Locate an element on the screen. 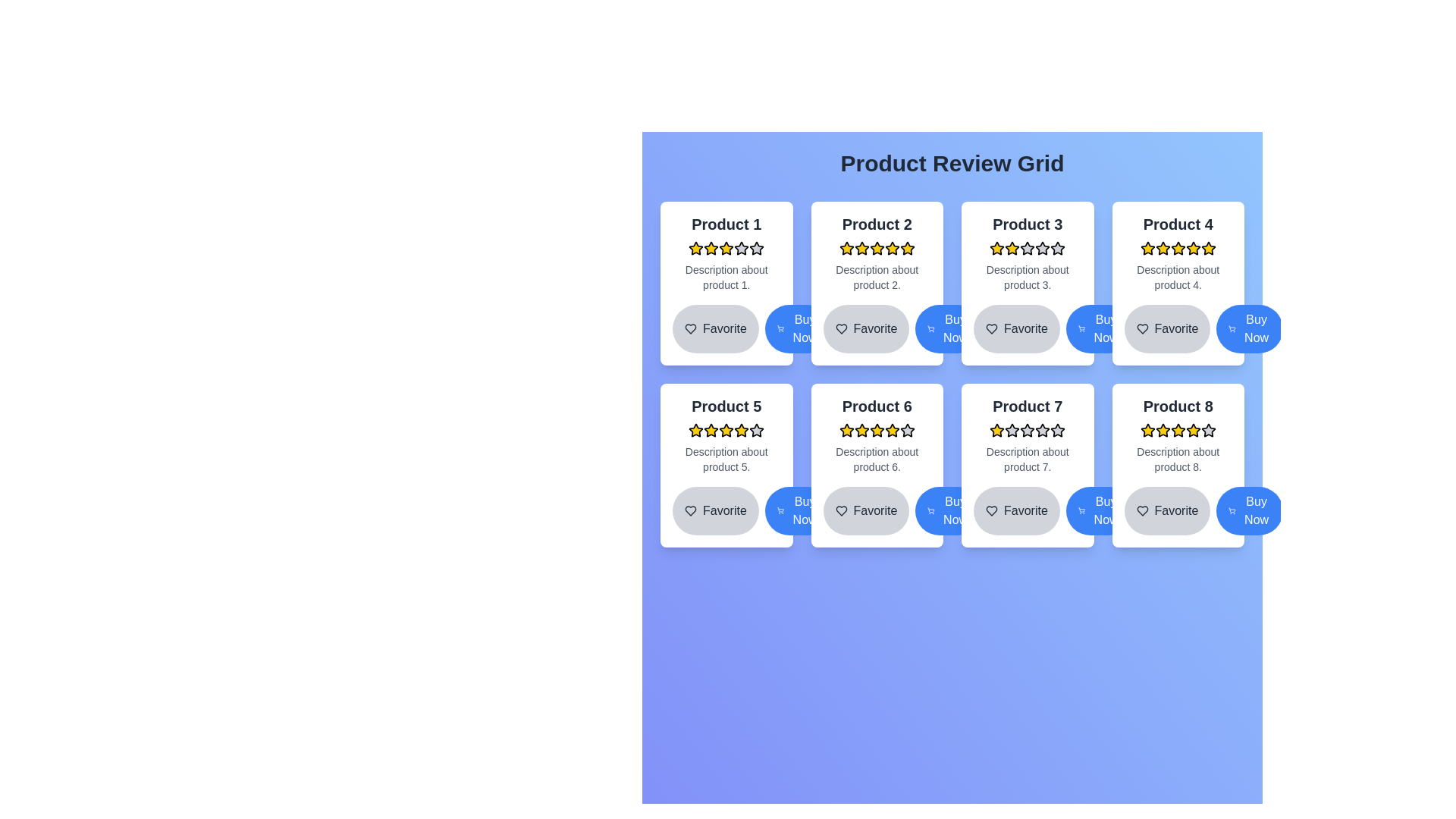  the first star rating icon for Product 5, which serves as a visual indicator for user feedback in the product card is located at coordinates (695, 430).